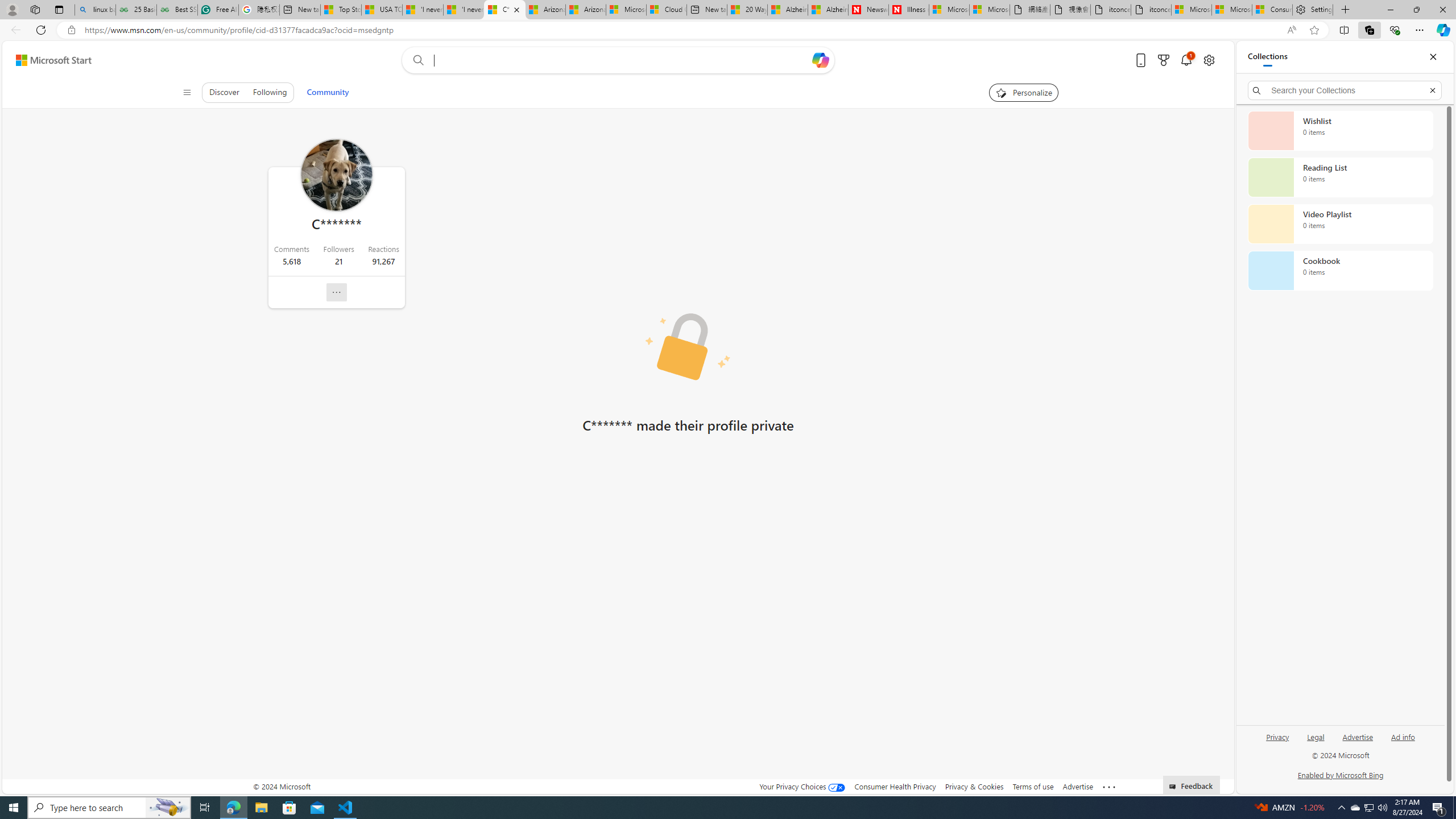 This screenshot has width=1456, height=819. Describe the element at coordinates (336, 292) in the screenshot. I see `'Report profile'` at that location.